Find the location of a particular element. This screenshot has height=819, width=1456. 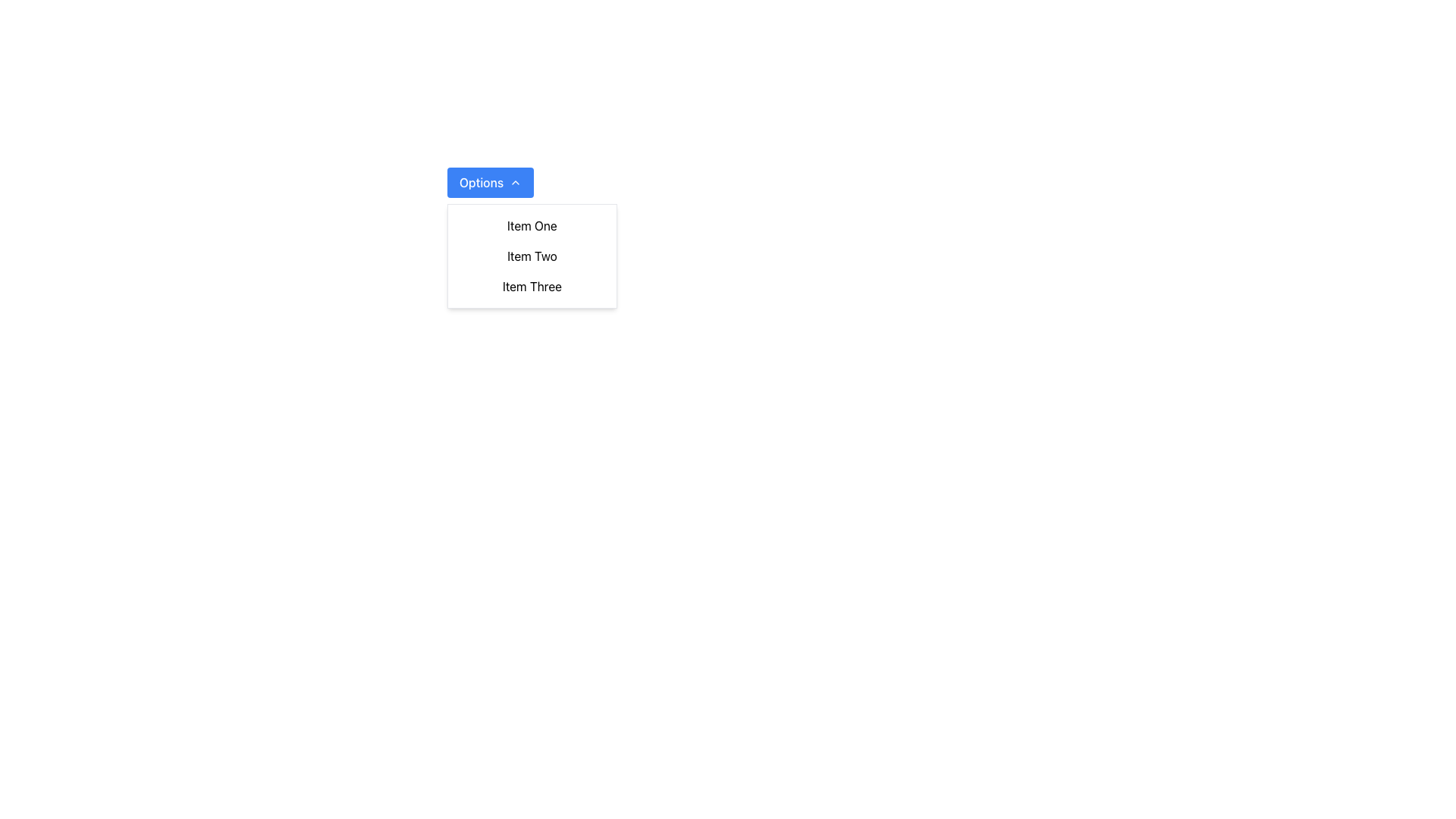

the blue 'Options' button with a downwards chevron icon is located at coordinates (491, 181).